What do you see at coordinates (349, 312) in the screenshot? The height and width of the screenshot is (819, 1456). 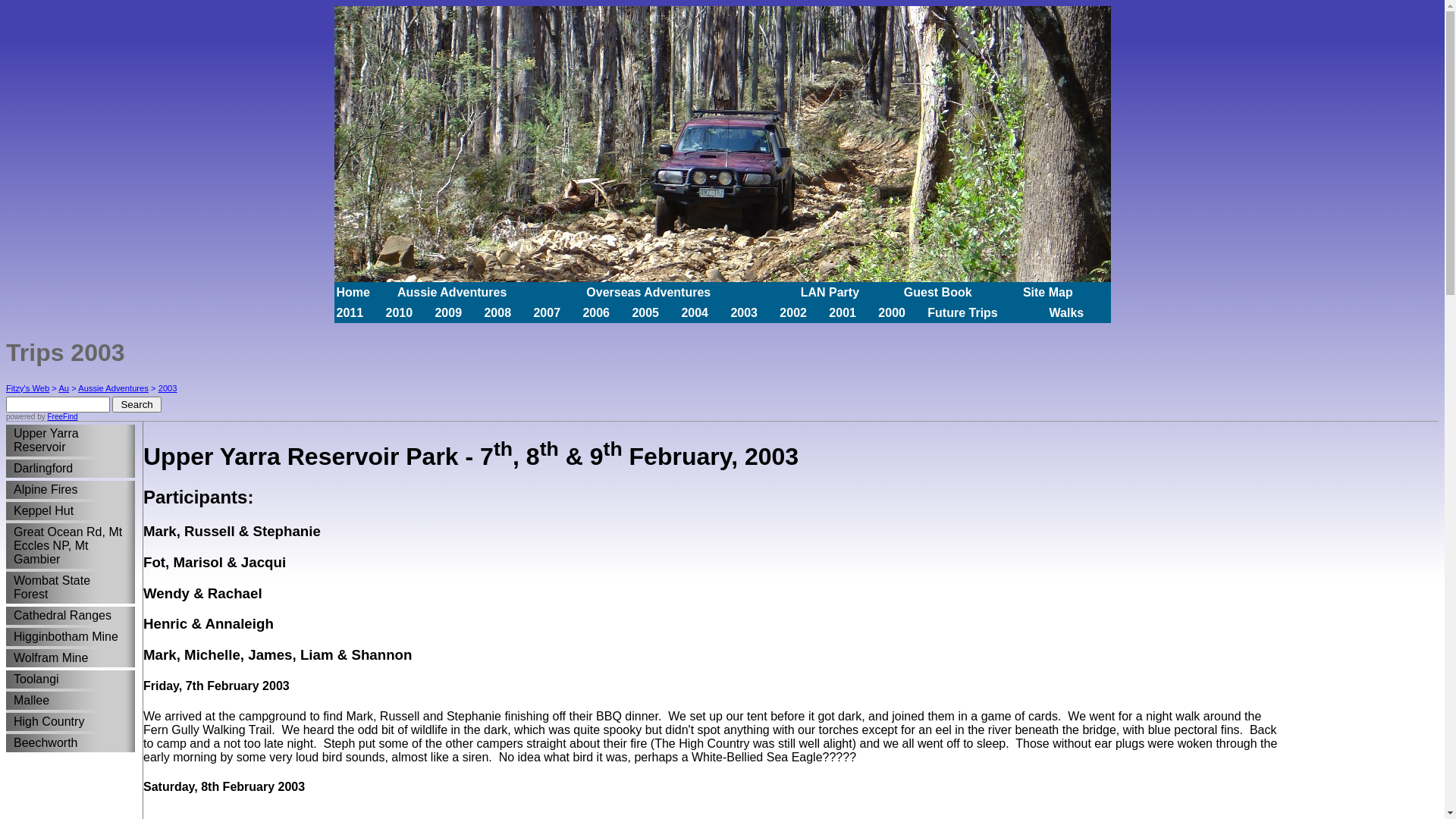 I see `'2011'` at bounding box center [349, 312].